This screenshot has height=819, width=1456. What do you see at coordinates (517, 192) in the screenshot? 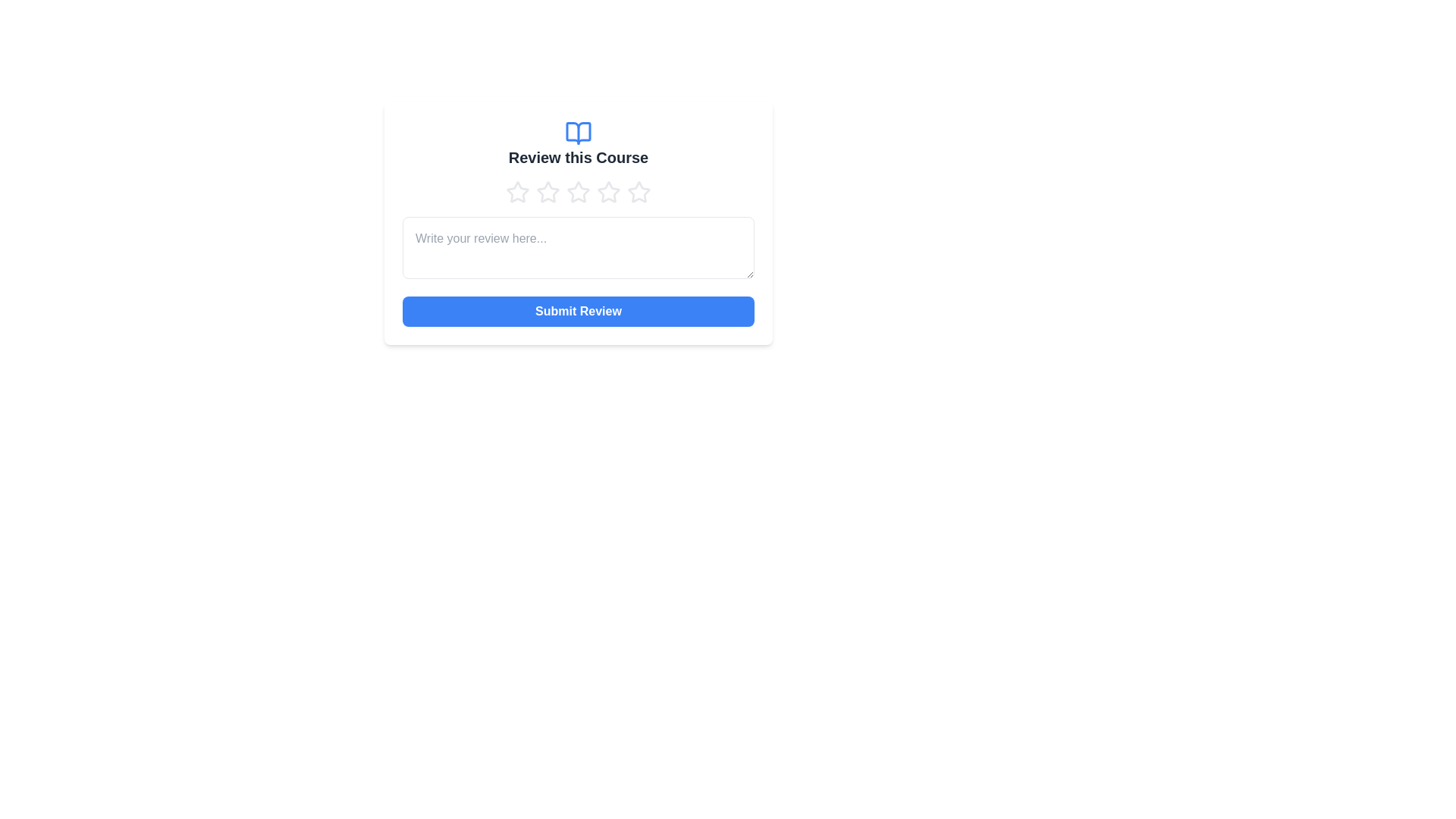
I see `the first star in the horizontal row of five star icons` at bounding box center [517, 192].